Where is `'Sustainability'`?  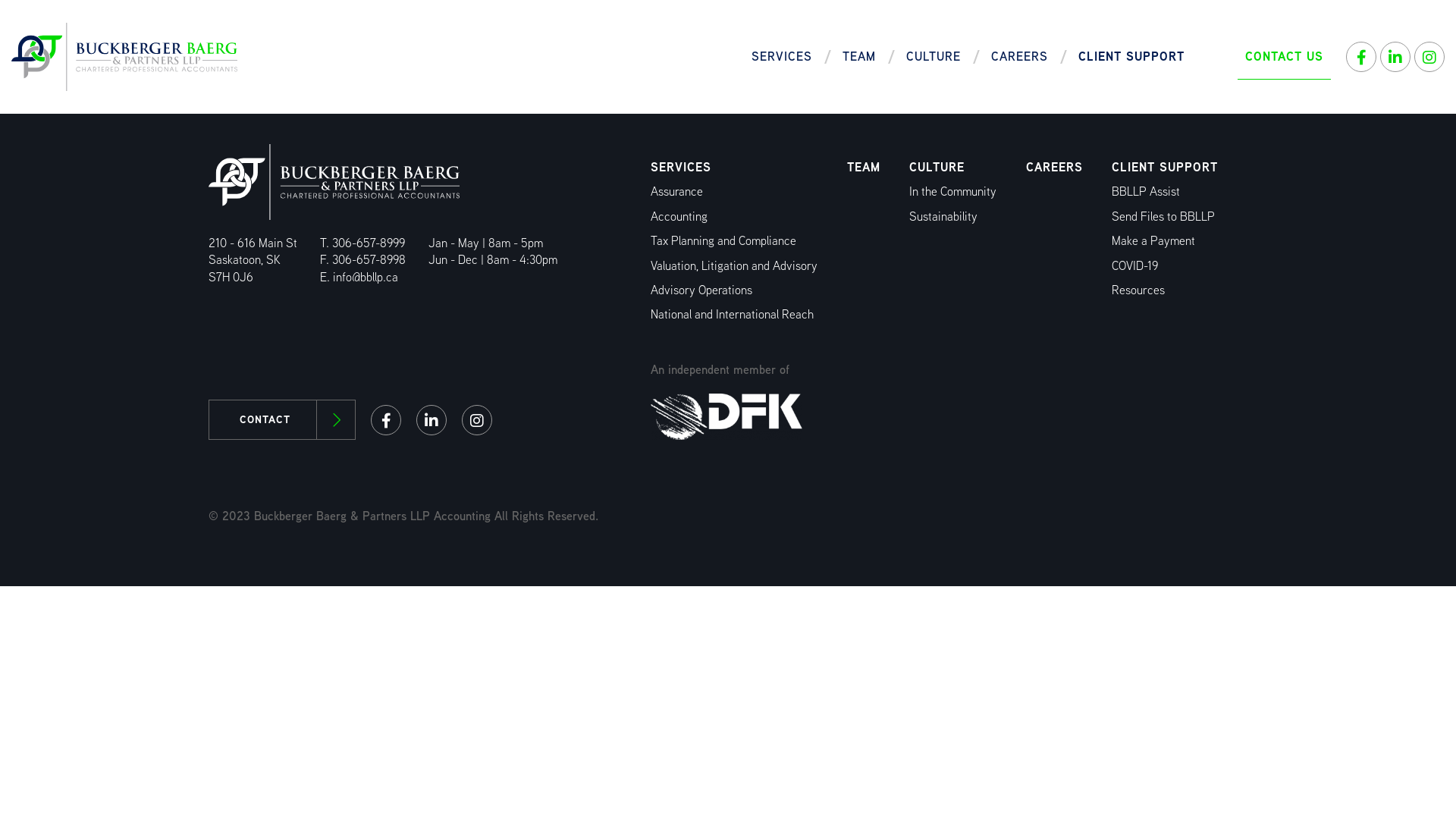
'Sustainability' is located at coordinates (942, 216).